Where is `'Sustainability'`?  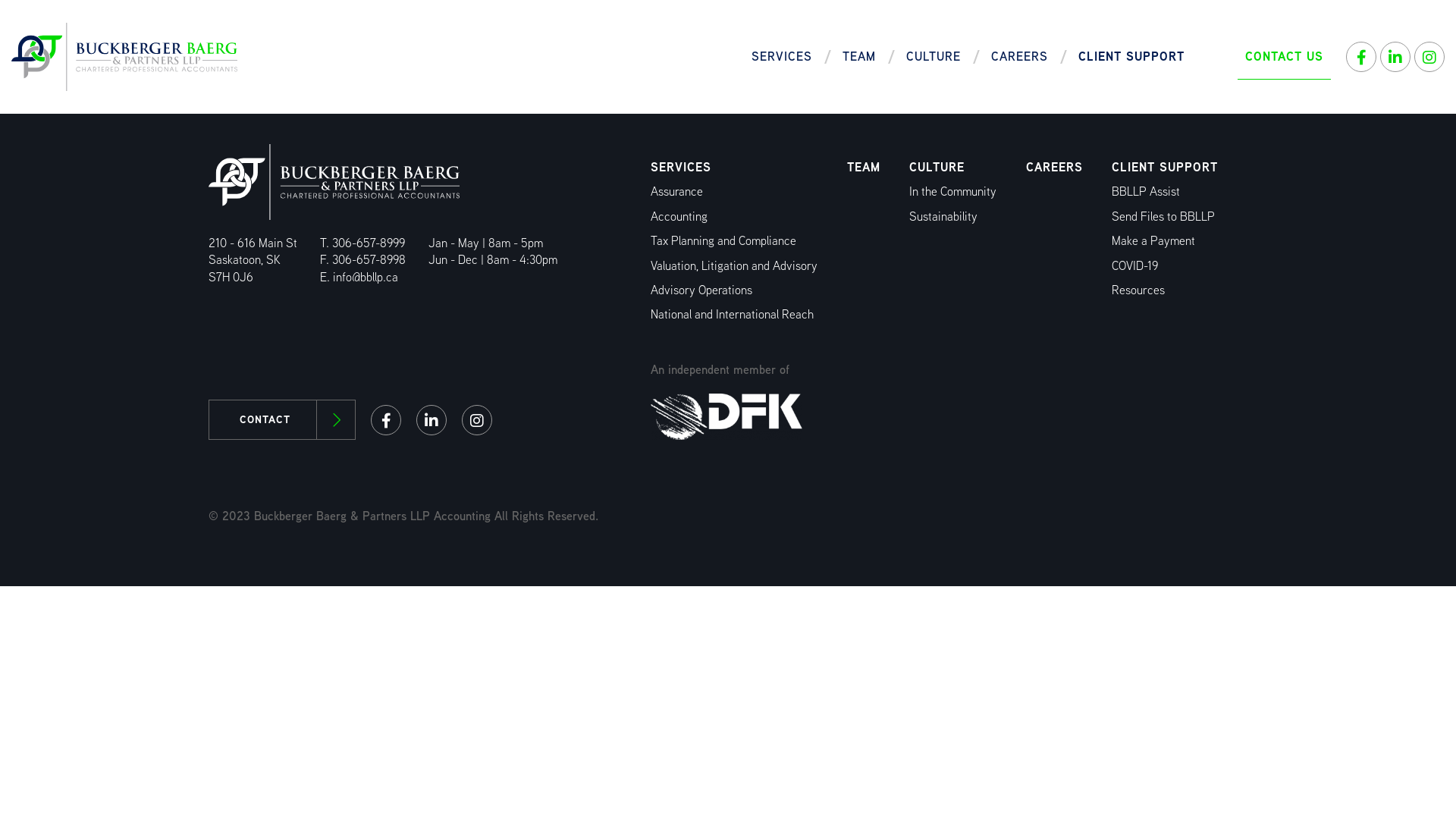
'Sustainability' is located at coordinates (942, 216).